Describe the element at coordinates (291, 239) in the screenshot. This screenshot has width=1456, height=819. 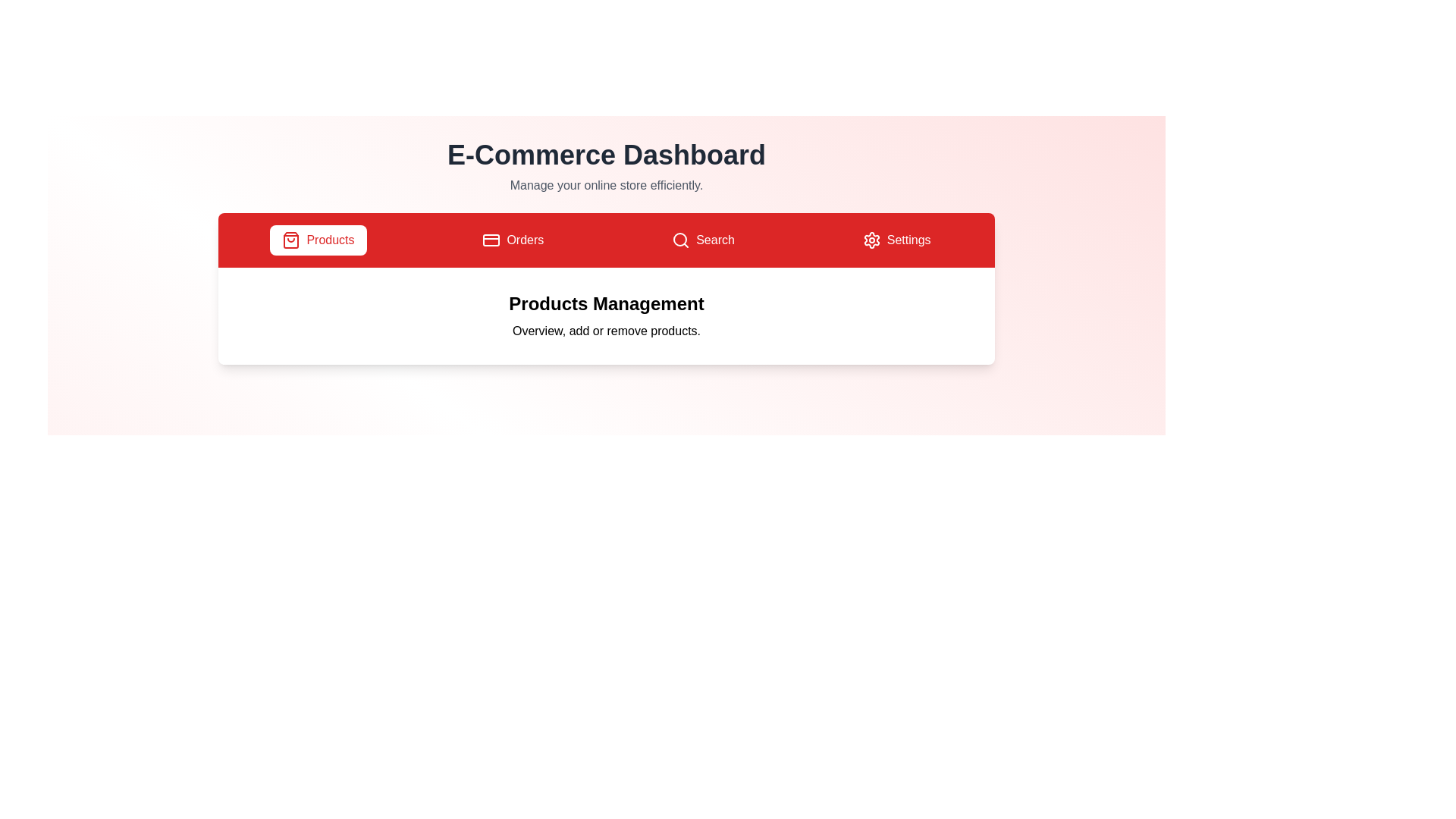
I see `the filled red trapezoidal shopping bag icon located on the far left of the red navigation bar` at that location.